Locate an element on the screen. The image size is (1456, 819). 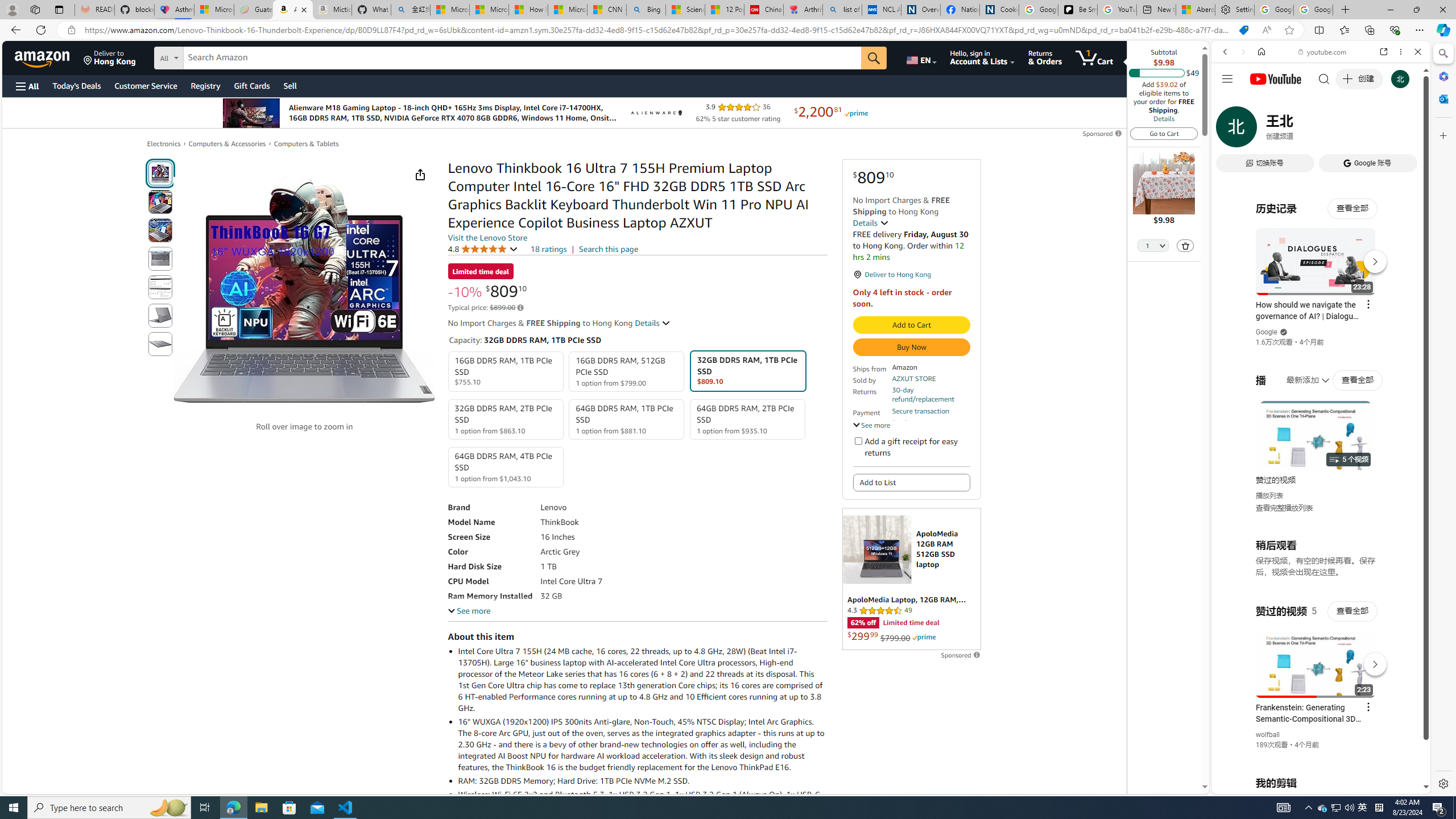
'Today' is located at coordinates (76, 85).